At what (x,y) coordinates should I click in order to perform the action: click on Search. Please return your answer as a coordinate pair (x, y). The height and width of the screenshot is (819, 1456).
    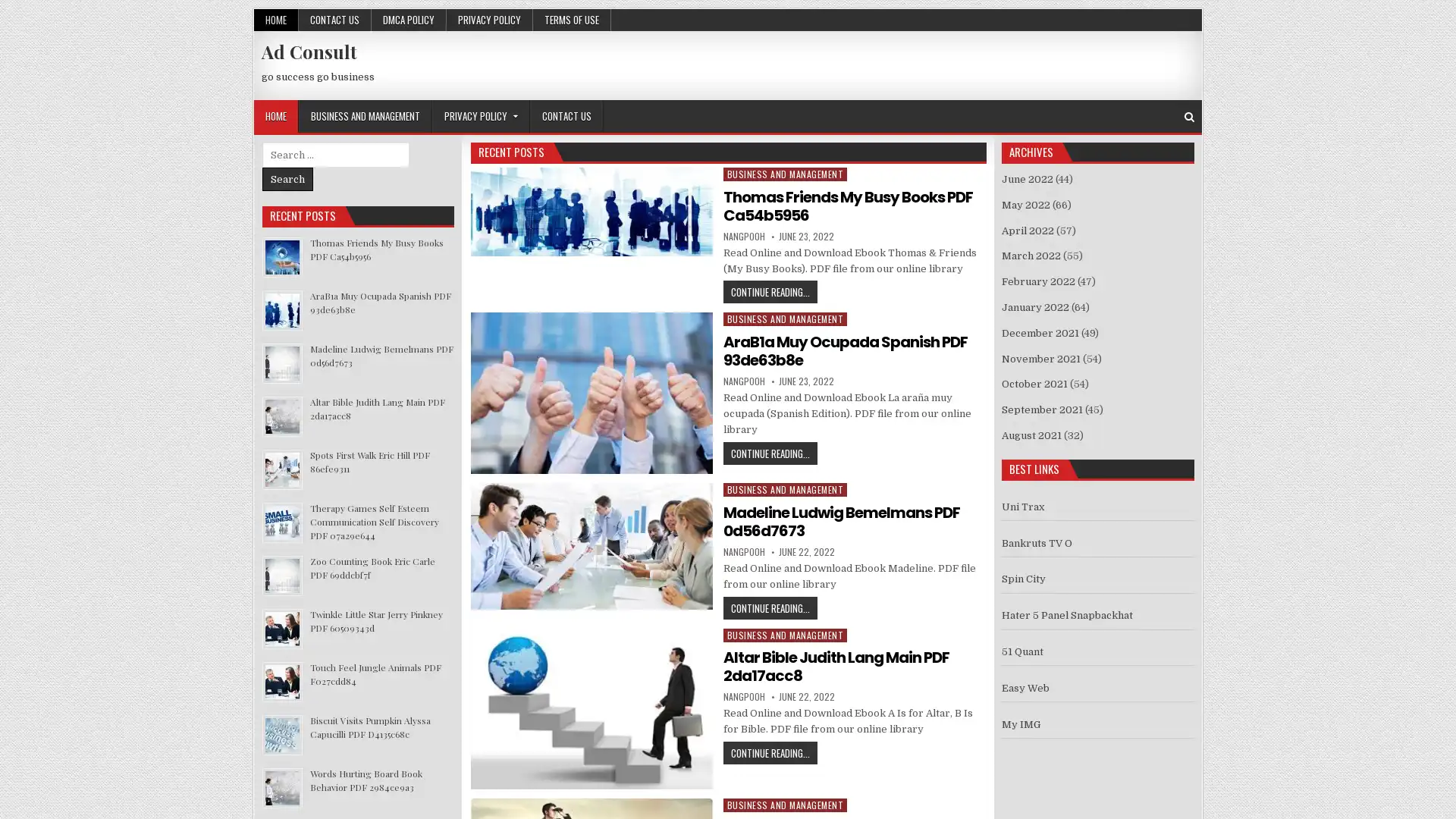
    Looking at the image, I should click on (287, 178).